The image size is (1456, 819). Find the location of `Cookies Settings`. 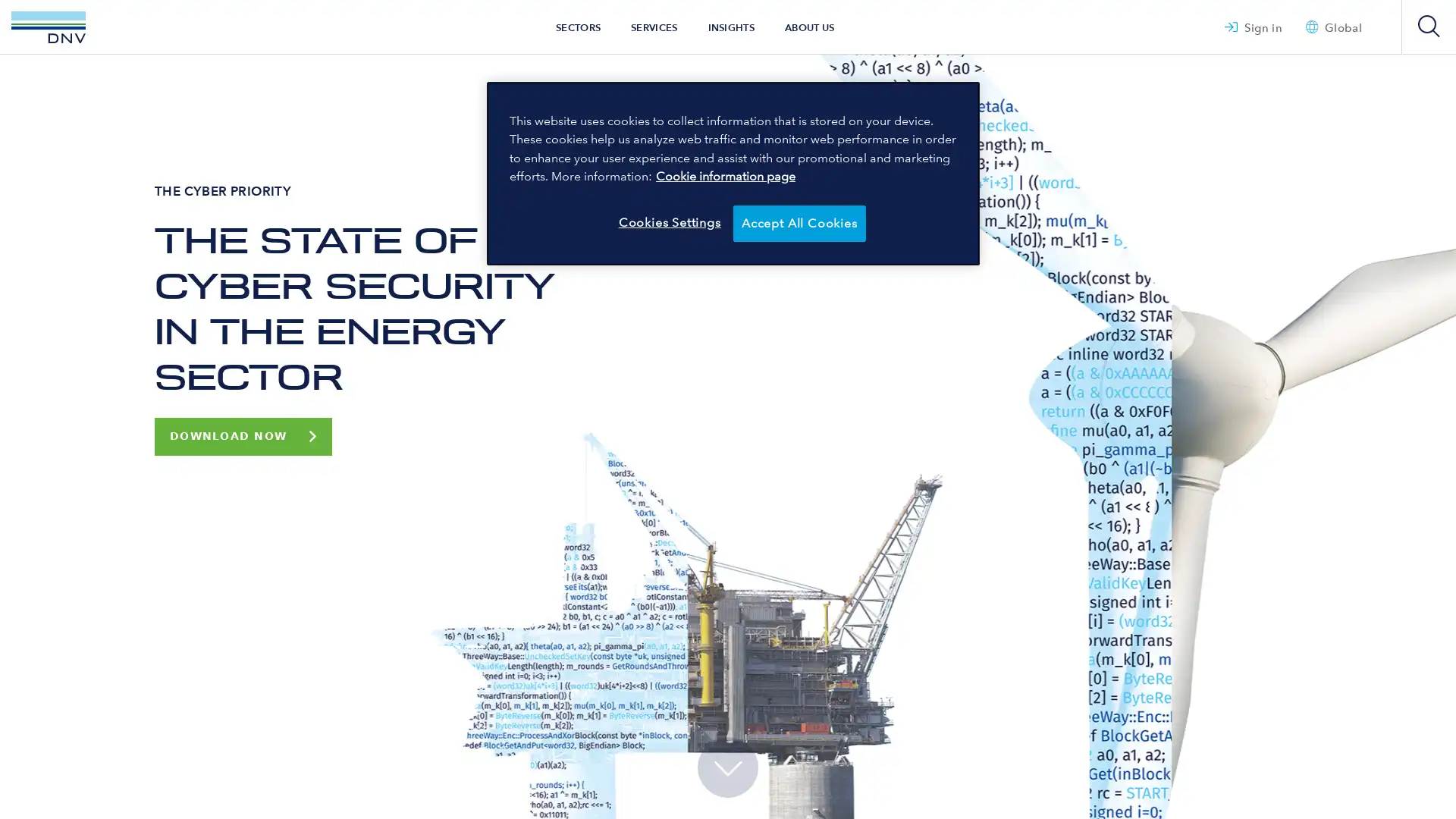

Cookies Settings is located at coordinates (668, 222).